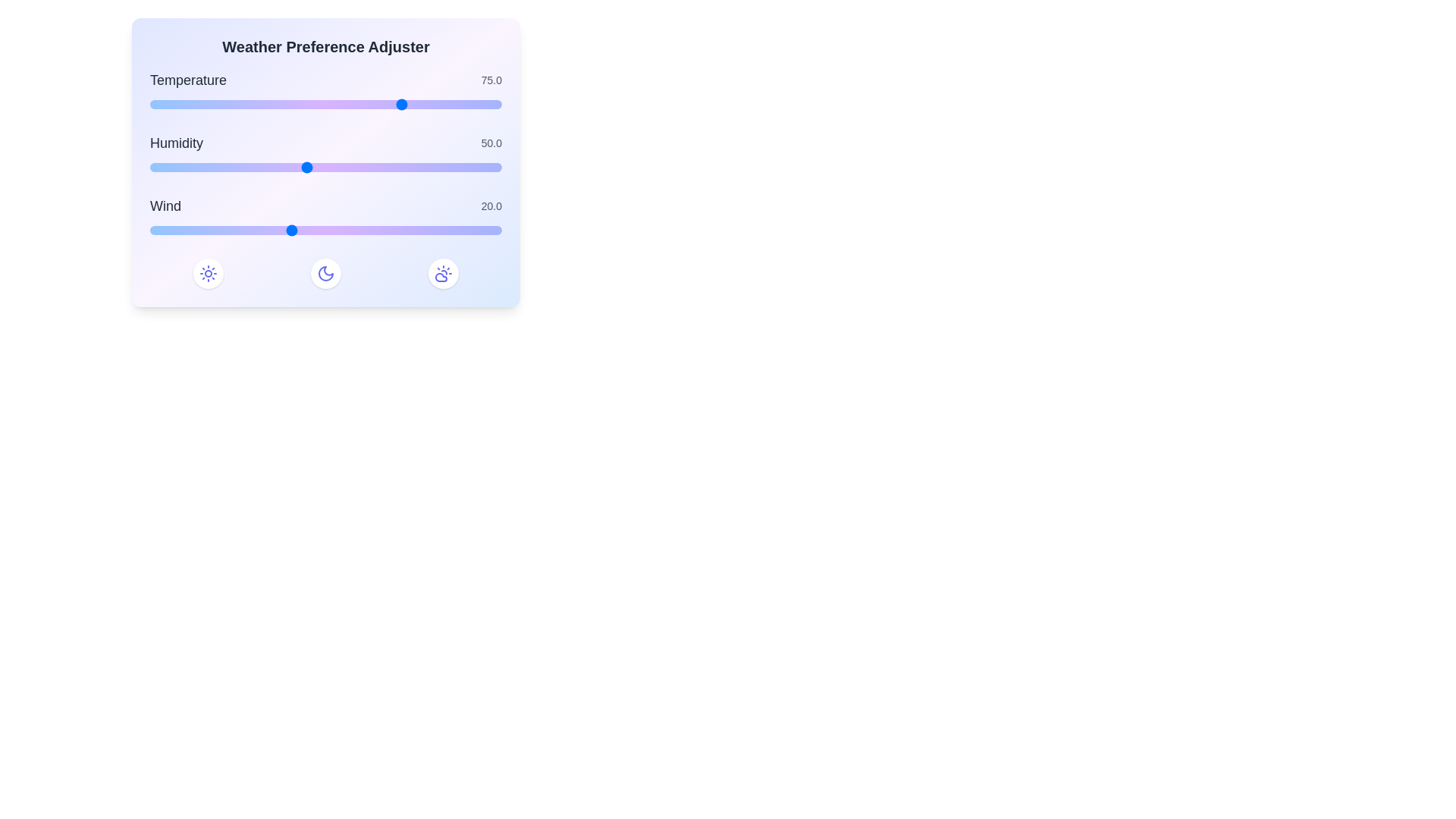  What do you see at coordinates (318, 231) in the screenshot?
I see `wind value` at bounding box center [318, 231].